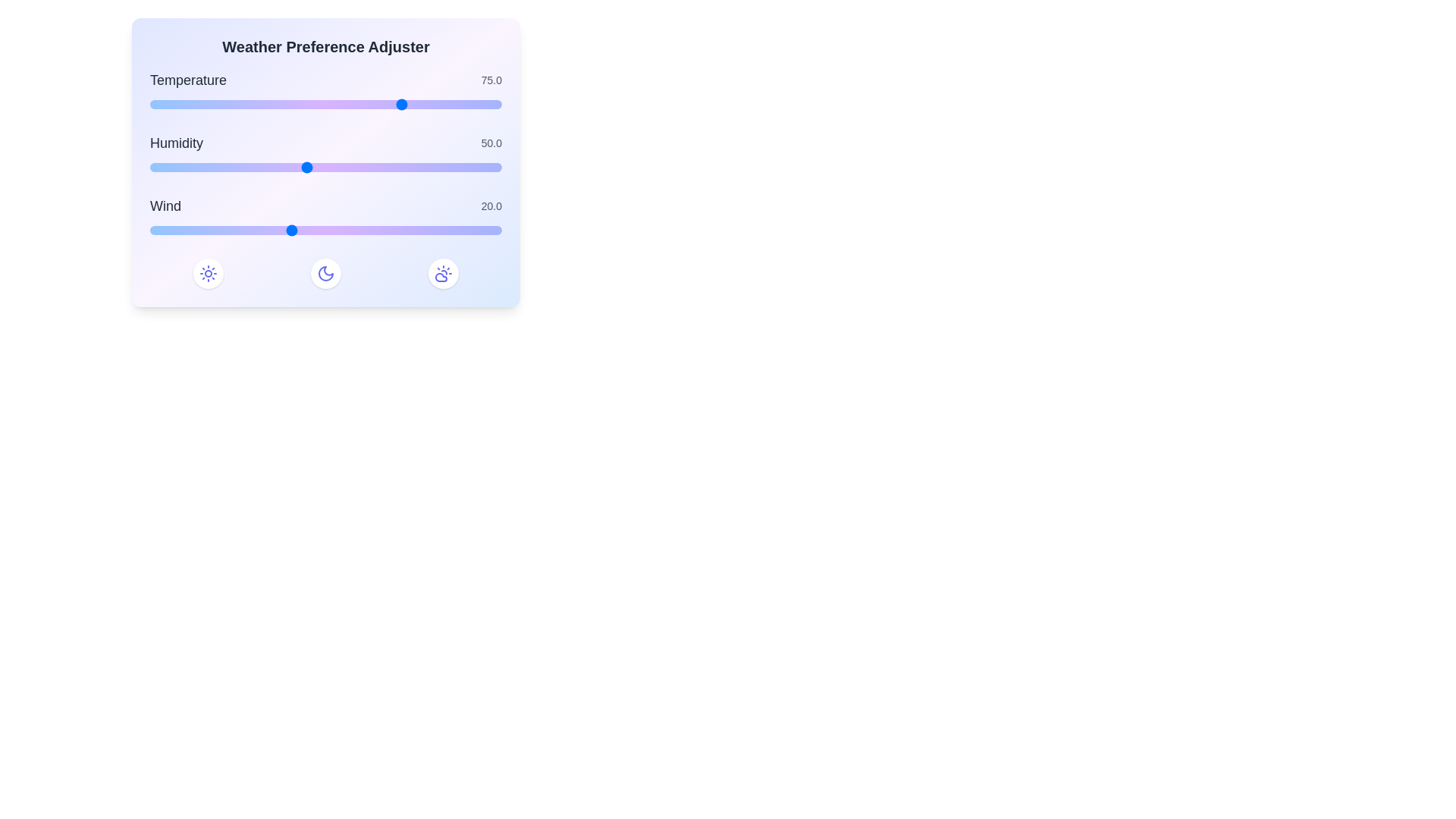  What do you see at coordinates (318, 231) in the screenshot?
I see `wind value` at bounding box center [318, 231].